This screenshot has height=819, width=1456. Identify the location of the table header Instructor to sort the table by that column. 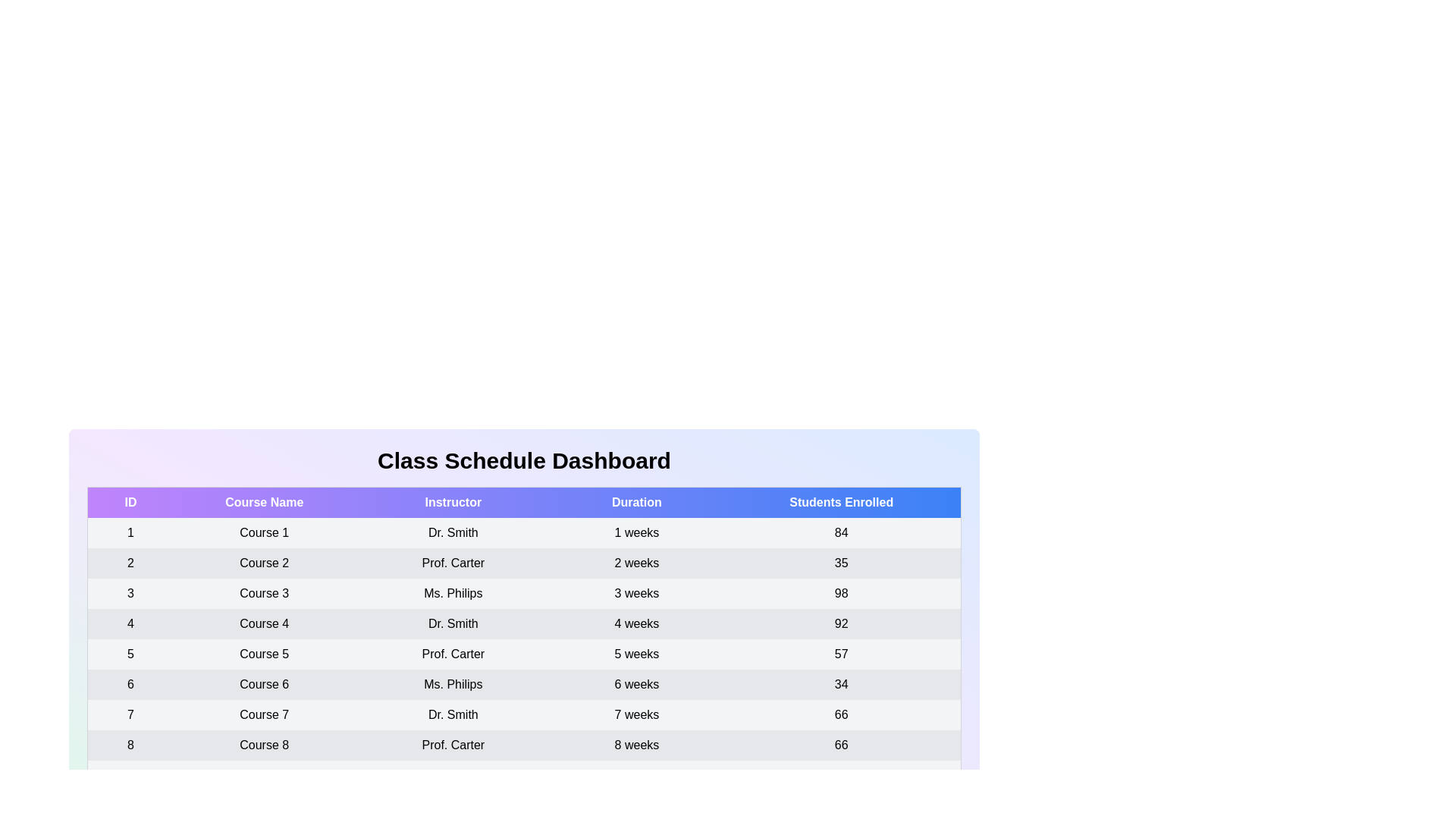
(452, 502).